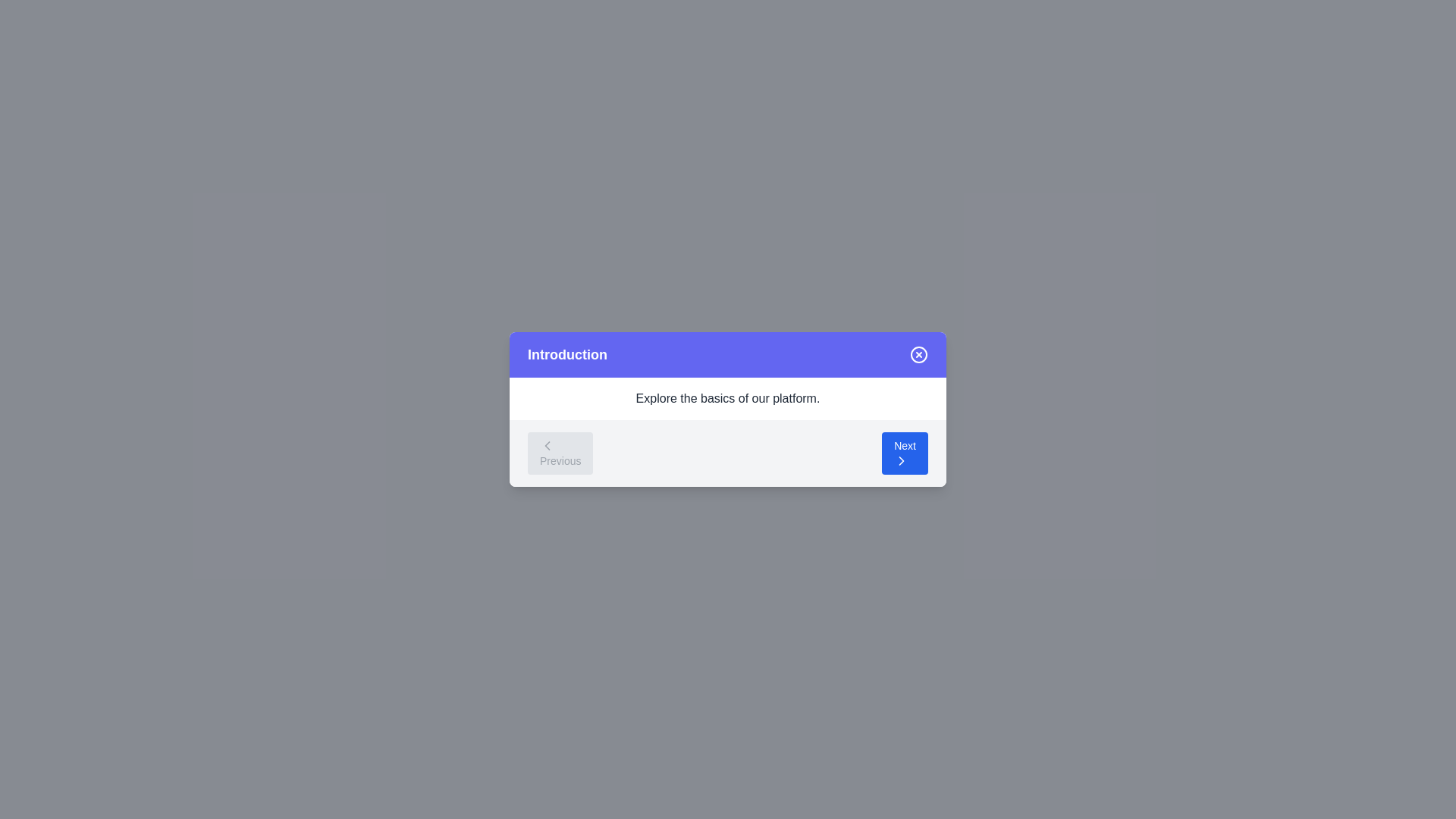 This screenshot has height=819, width=1456. Describe the element at coordinates (566, 354) in the screenshot. I see `the 'Introduction' text label, which is styled in bold and white font located in the blue header bar at the top of the modal interface` at that location.